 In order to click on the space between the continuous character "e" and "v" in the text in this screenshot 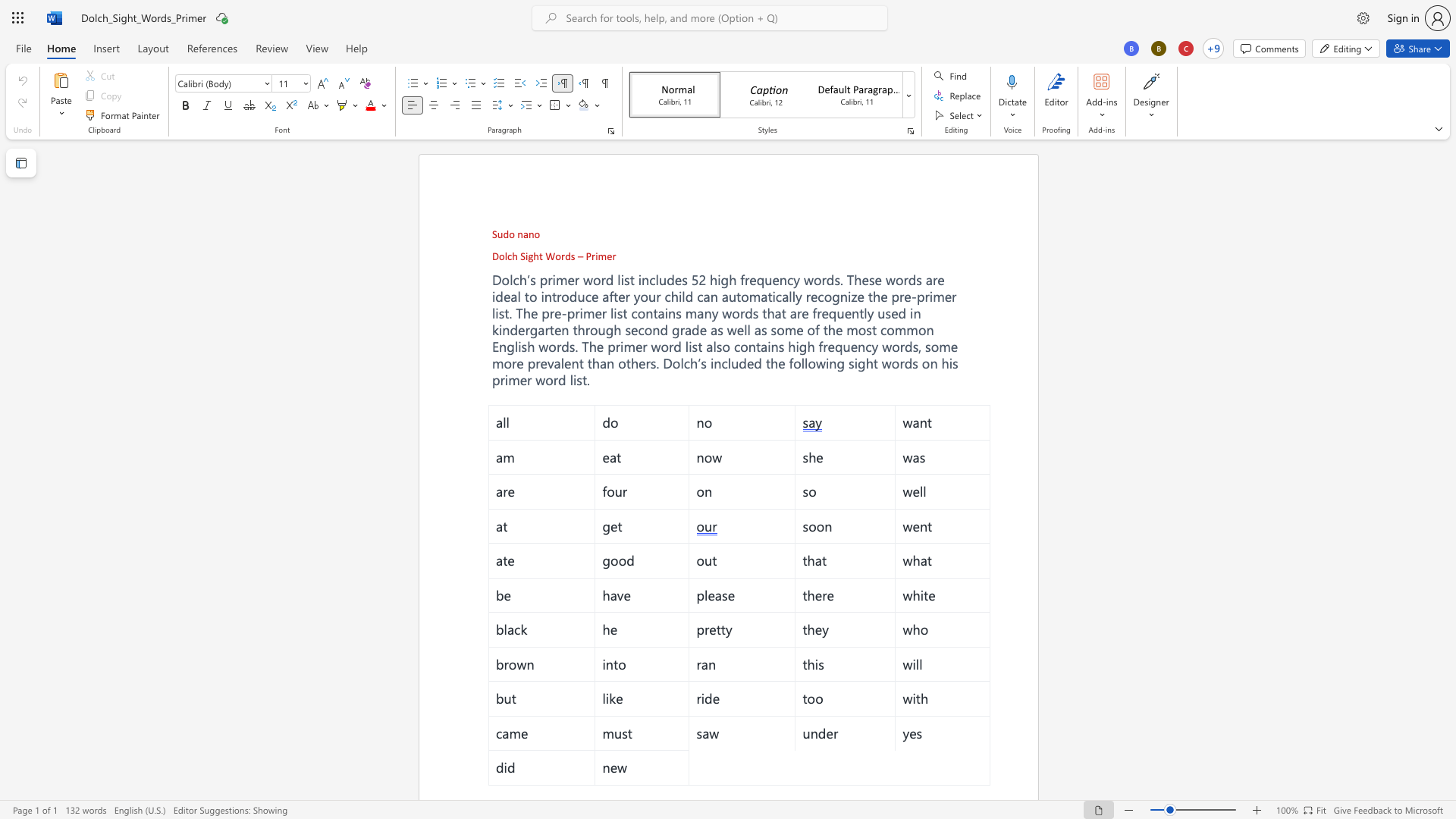, I will do `click(546, 362)`.